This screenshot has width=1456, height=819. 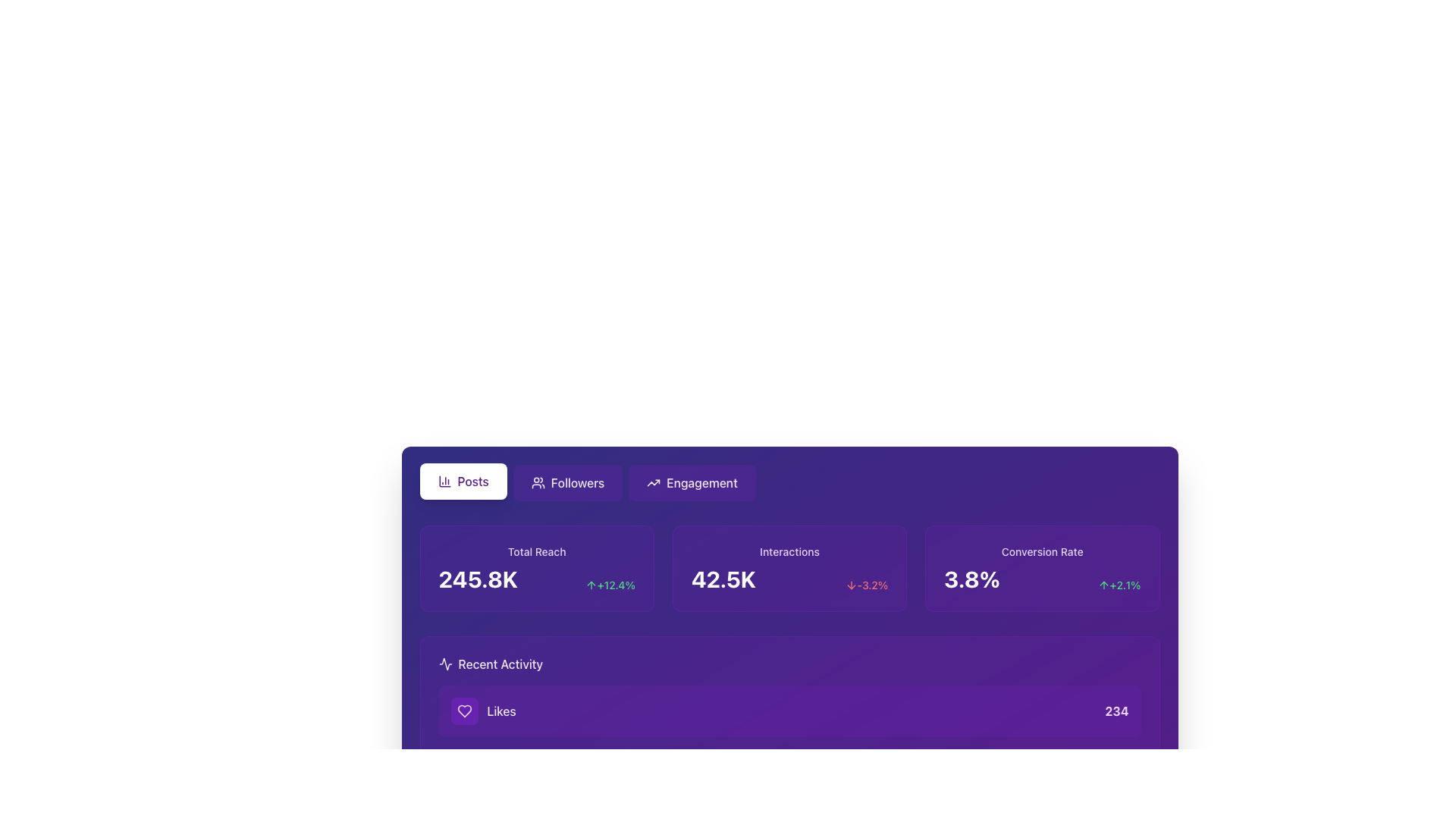 What do you see at coordinates (654, 482) in the screenshot?
I see `the small trending graph icon with an upward arrow, which is styled in white on a purple background, located at the top-right corner of the 'Engagement' button` at bounding box center [654, 482].